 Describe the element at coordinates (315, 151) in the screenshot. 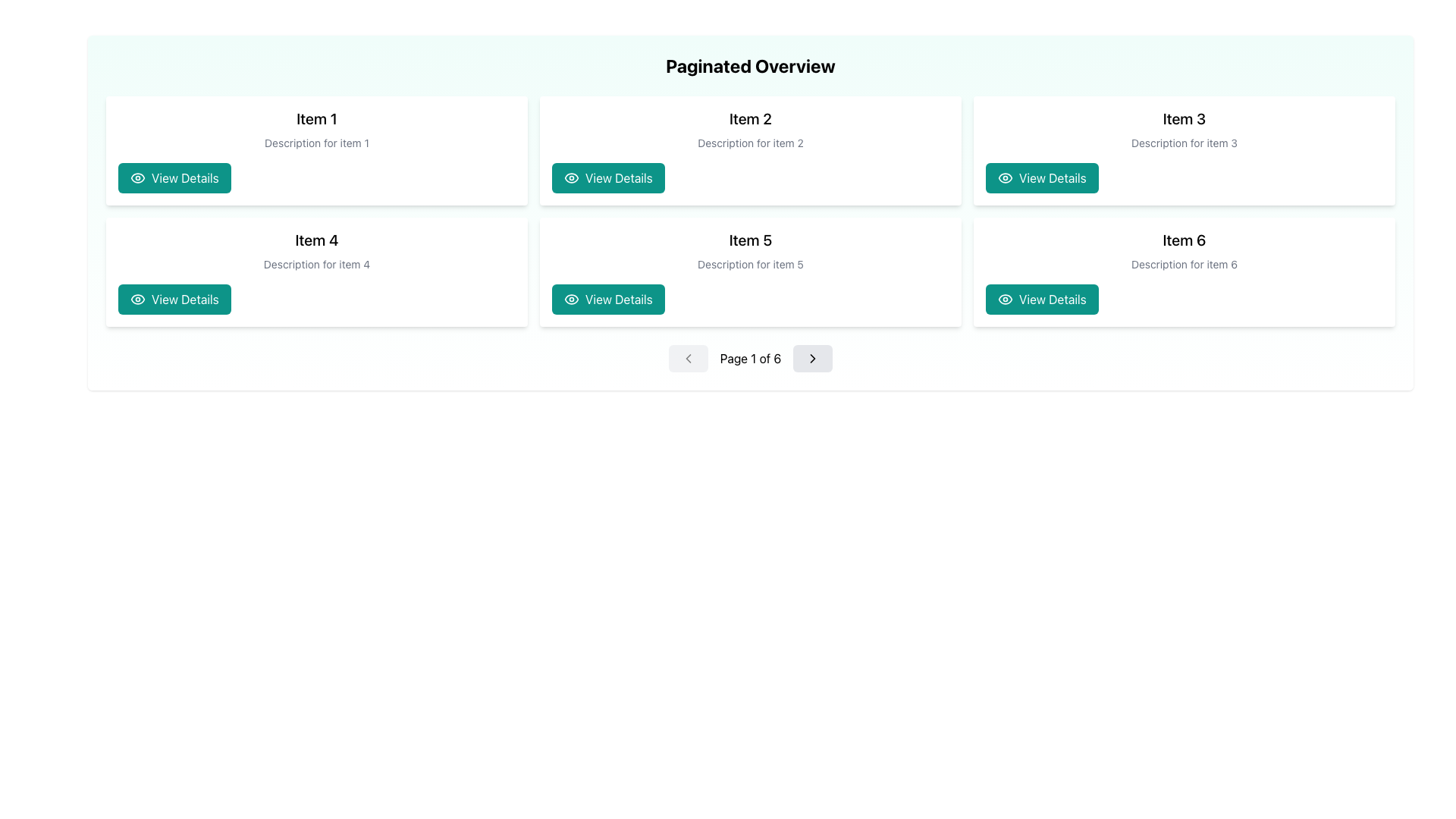

I see `title or description of the card representing 'Item 1', which is the first item in a grid layout located at the top-left corner` at that location.